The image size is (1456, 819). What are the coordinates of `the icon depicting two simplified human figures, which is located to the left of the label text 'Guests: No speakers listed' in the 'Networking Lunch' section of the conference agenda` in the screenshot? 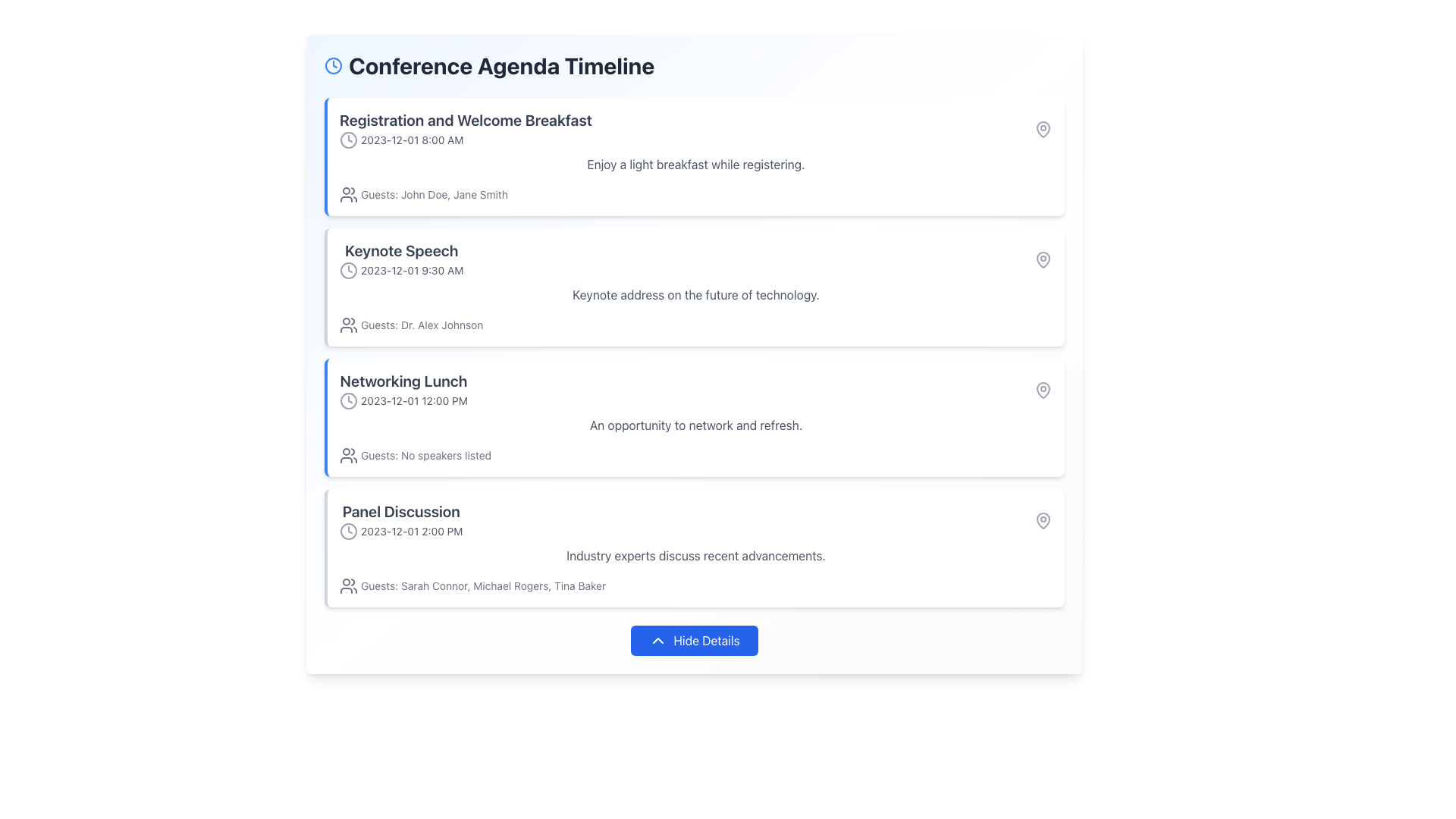 It's located at (348, 455).